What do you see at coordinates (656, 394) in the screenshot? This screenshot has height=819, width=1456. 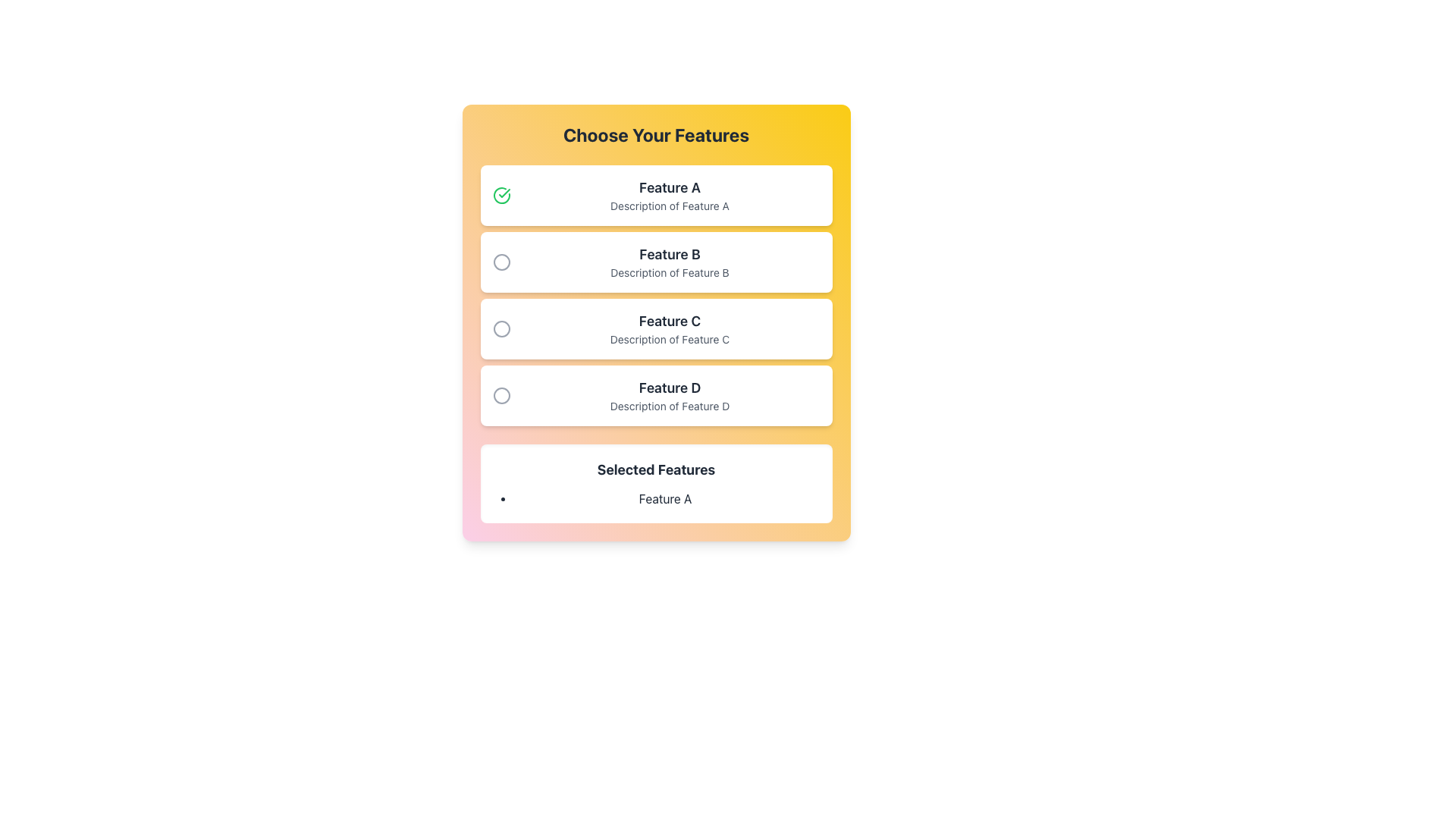 I see `the 'Feature D' selectable card, which is the fourth card in the list under 'Choose Your Features', containing a title in bold and a description below it` at bounding box center [656, 394].